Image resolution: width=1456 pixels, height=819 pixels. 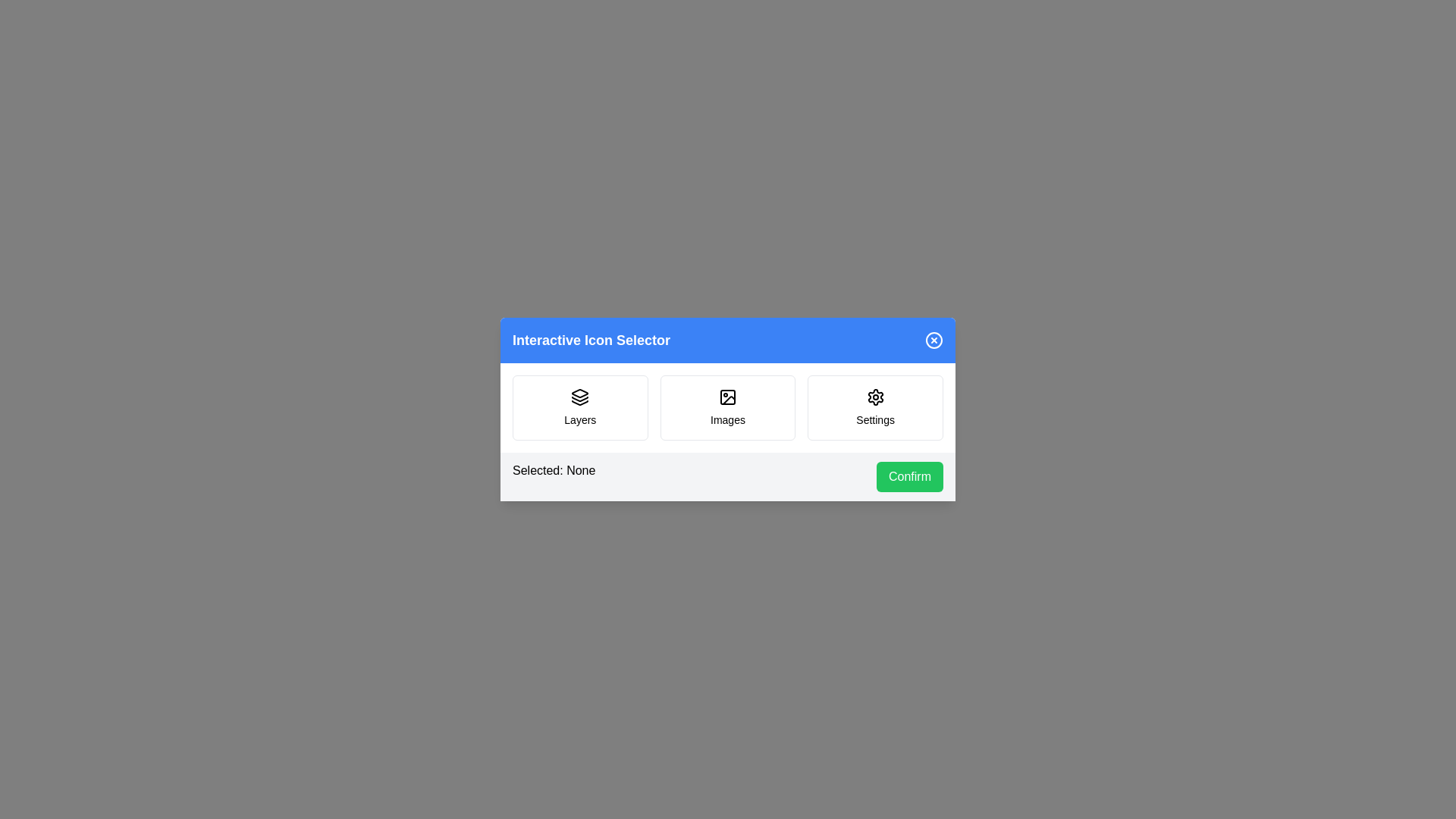 What do you see at coordinates (579, 406) in the screenshot?
I see `the icon Layers by clicking on it` at bounding box center [579, 406].